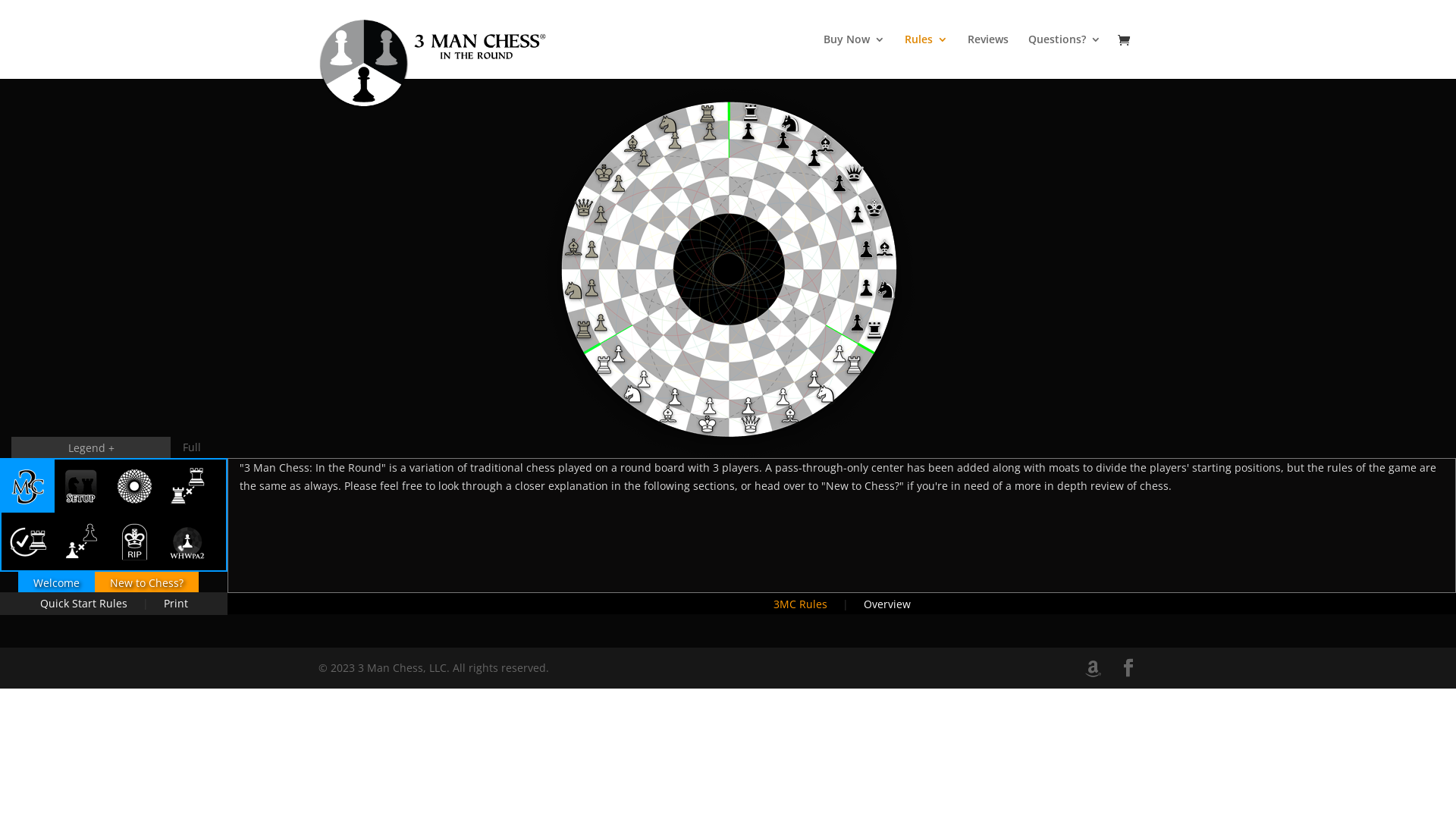  What do you see at coordinates (90, 447) in the screenshot?
I see `'Legend +'` at bounding box center [90, 447].